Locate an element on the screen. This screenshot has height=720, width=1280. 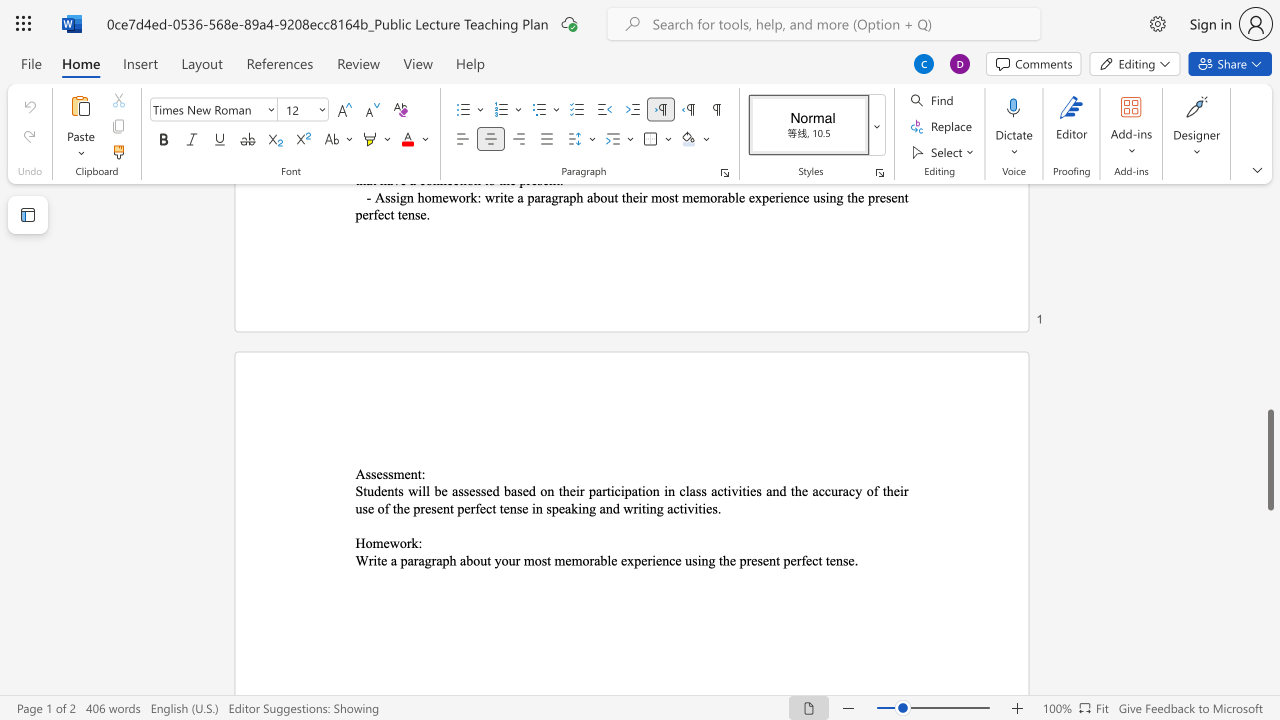
the scrollbar to move the view up is located at coordinates (1269, 338).